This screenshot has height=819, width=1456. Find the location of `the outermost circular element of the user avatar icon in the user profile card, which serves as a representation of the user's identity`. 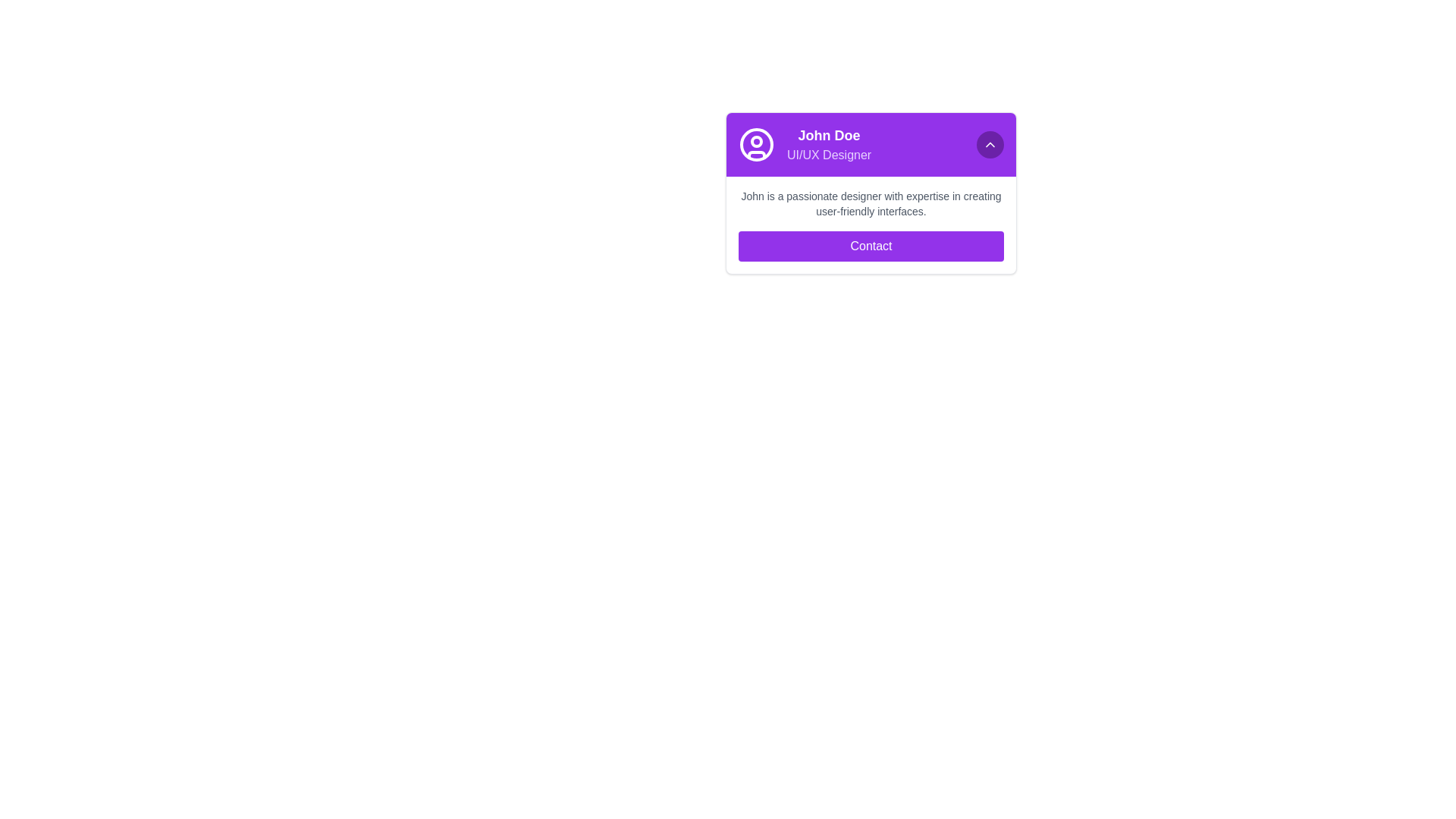

the outermost circular element of the user avatar icon in the user profile card, which serves as a representation of the user's identity is located at coordinates (757, 145).